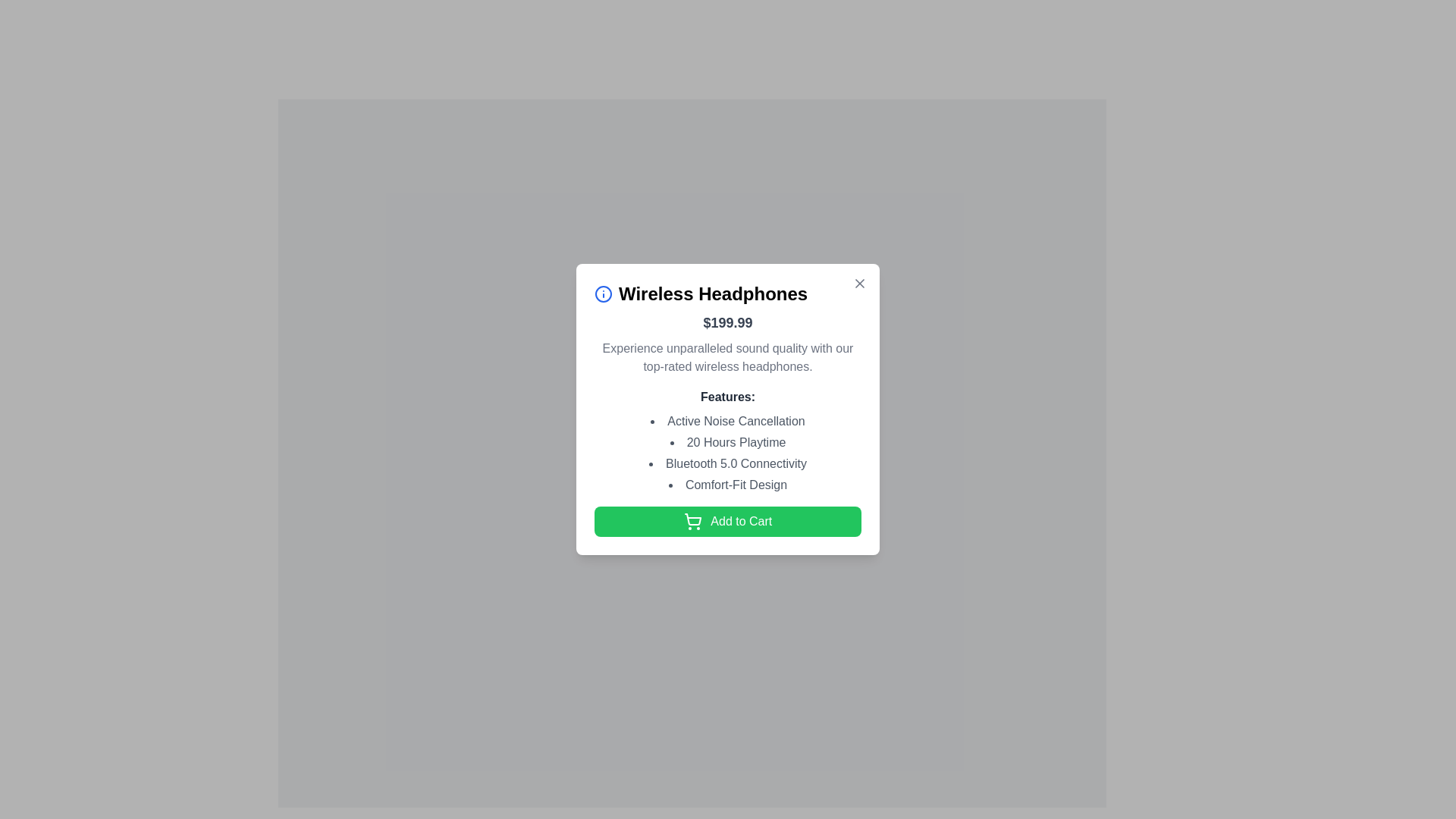 The width and height of the screenshot is (1456, 819). I want to click on the price display element showing '$199.99', which is located below the title 'Wireless Headphones', so click(728, 321).